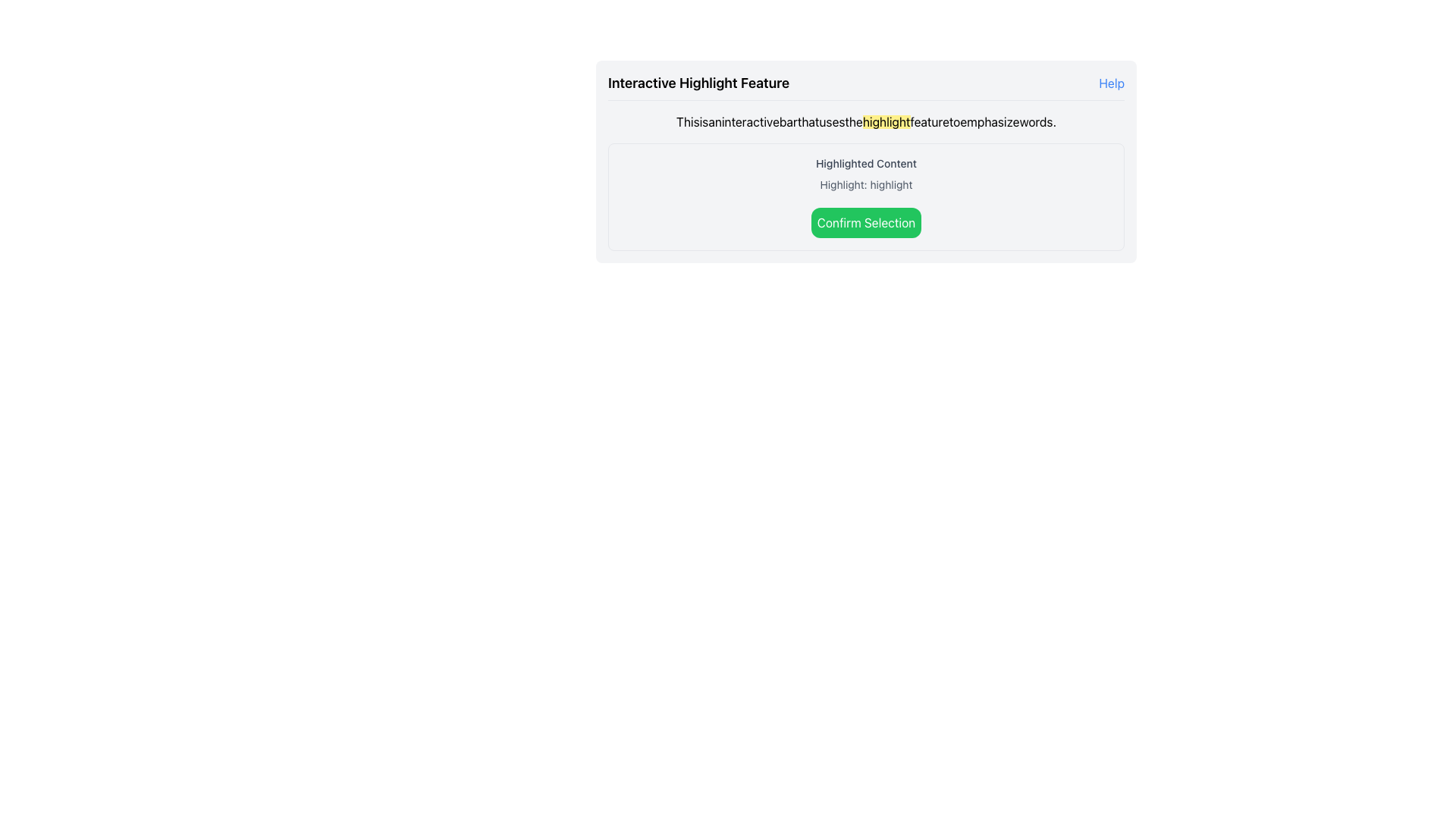 The image size is (1456, 819). What do you see at coordinates (854, 121) in the screenshot?
I see `the 8th word in the text sequence of the sentence, which is part of the textual content that follows the word 'uses' and precedes 'highlight'` at bounding box center [854, 121].